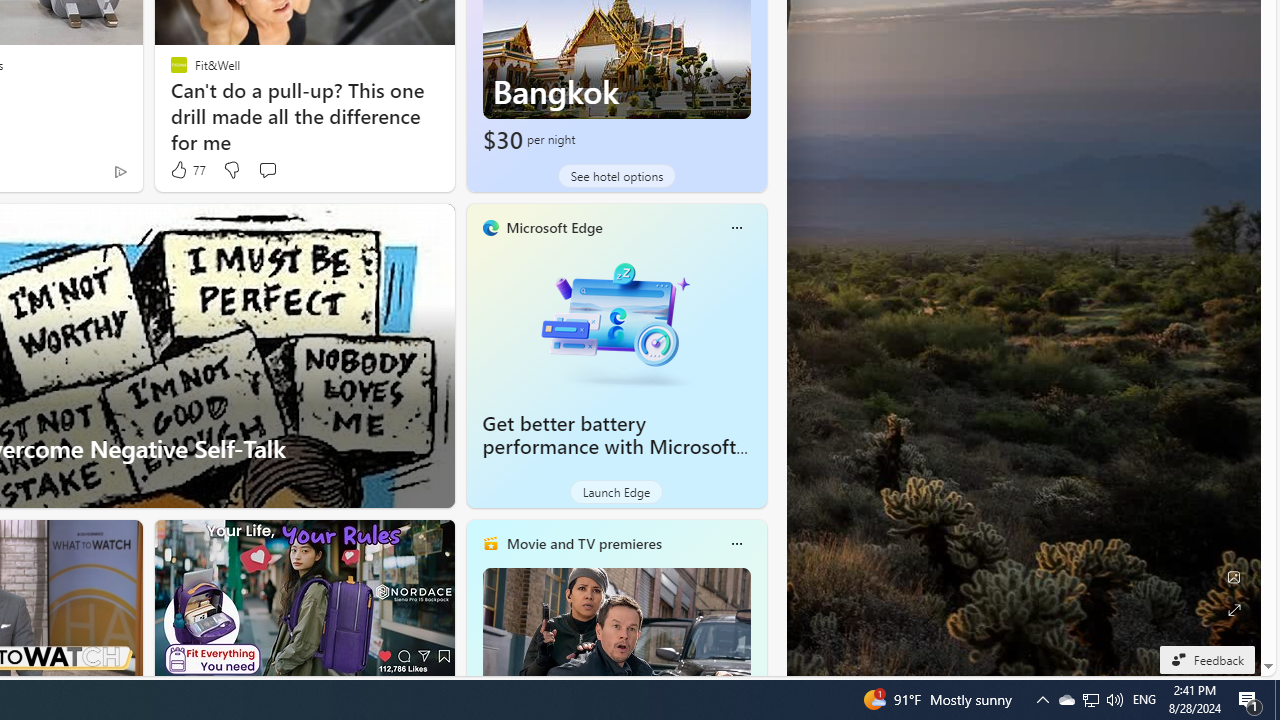 The image size is (1280, 720). I want to click on 'Class: icon-img', so click(735, 543).